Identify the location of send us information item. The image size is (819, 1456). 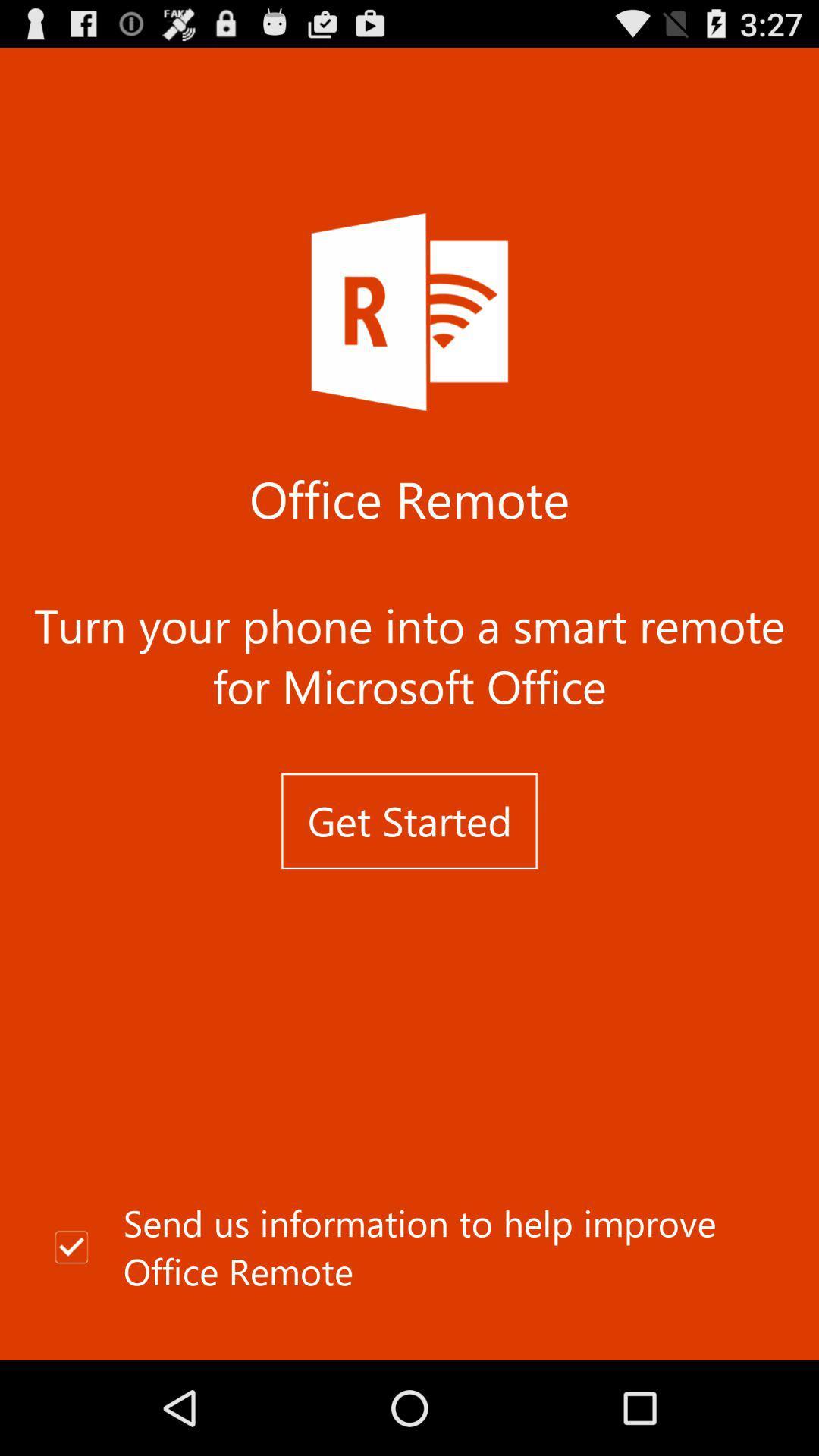
(409, 1247).